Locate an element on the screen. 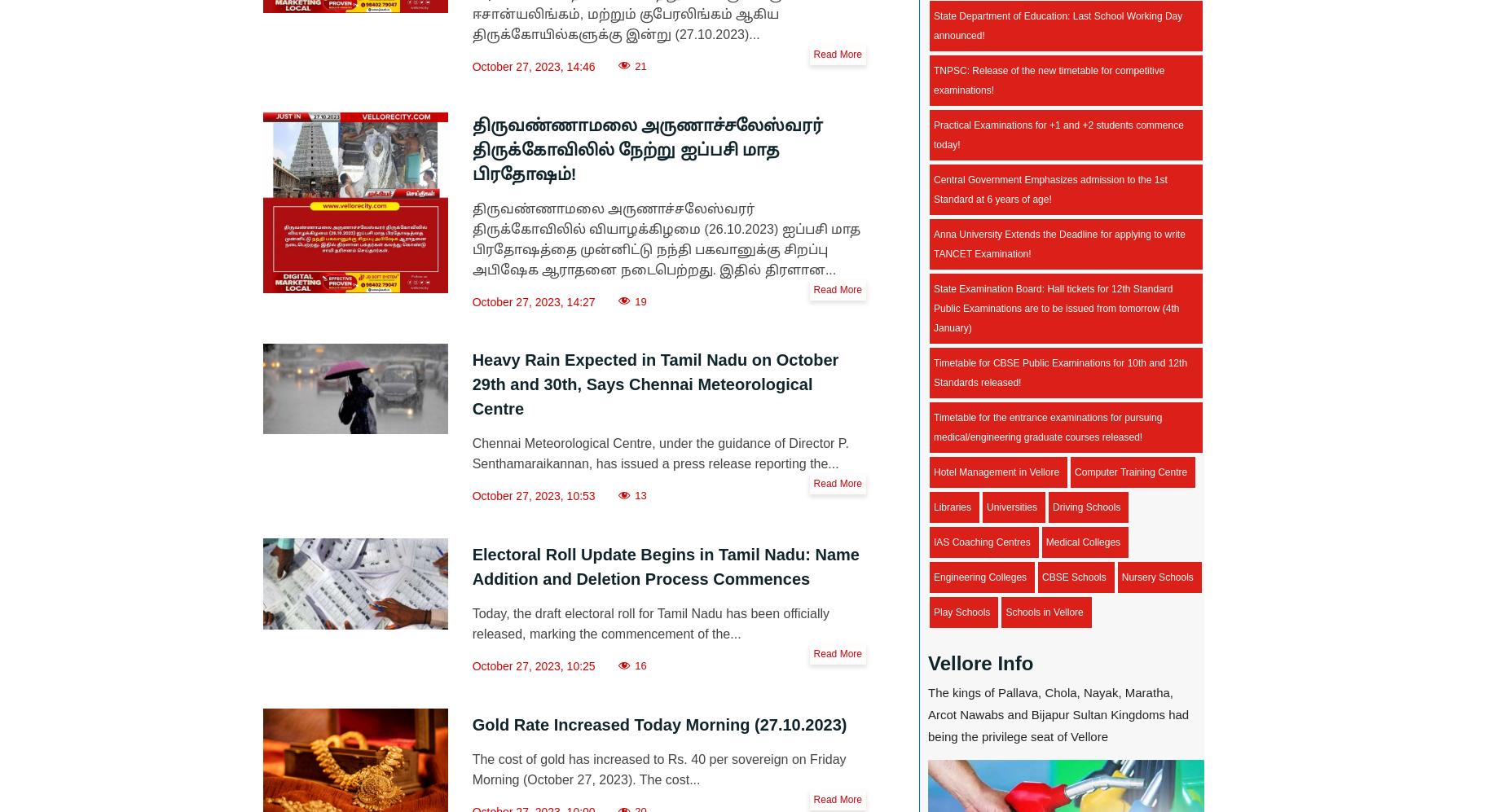 The height and width of the screenshot is (812, 1496). 'Heavy Rain Expected in Tamil Nadu on October 29th and 30th, Says Chennai Meteorological Centre' is located at coordinates (654, 384).